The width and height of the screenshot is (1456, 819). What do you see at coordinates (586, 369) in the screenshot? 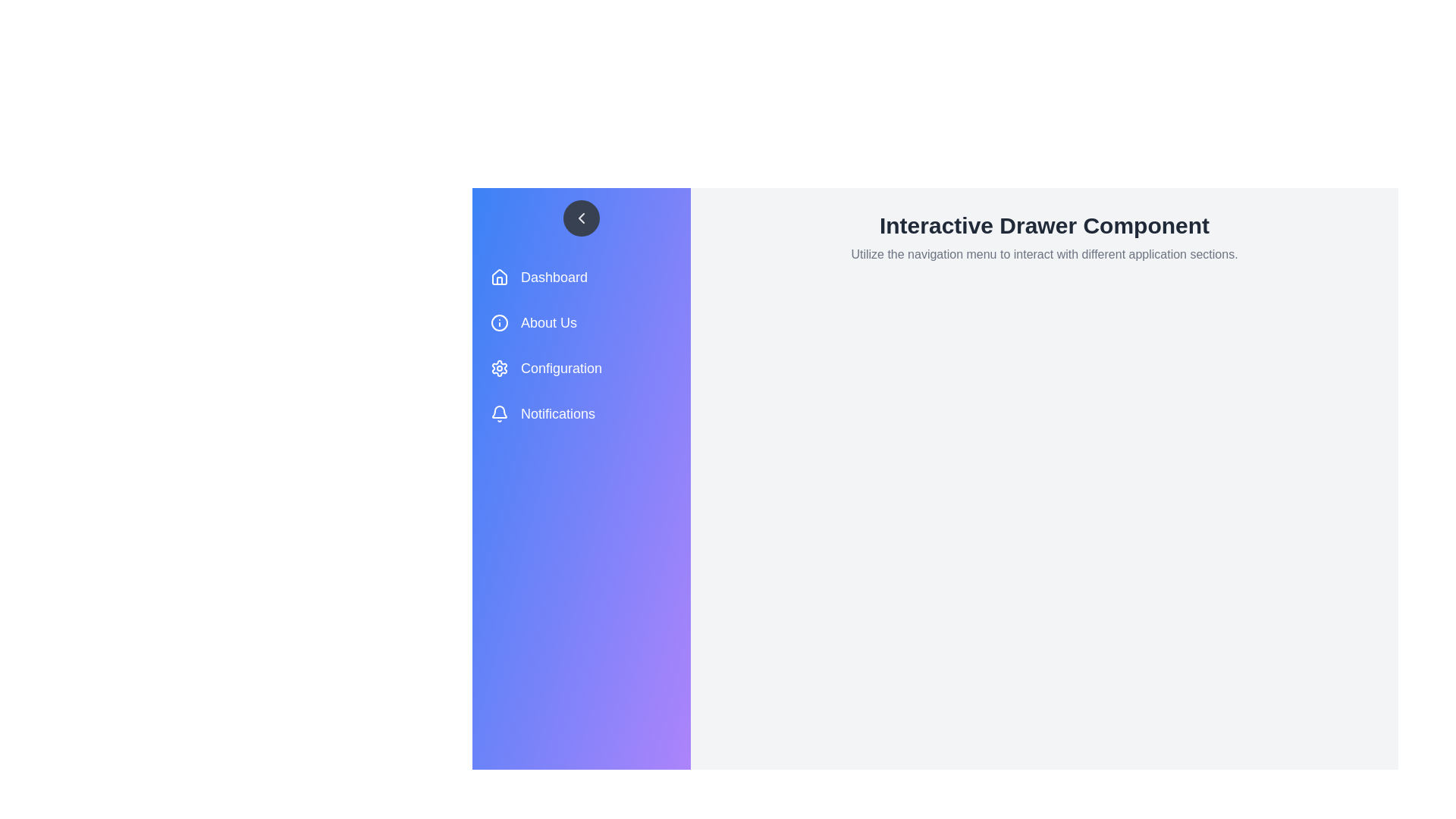
I see `the third entry in the navigation menu` at bounding box center [586, 369].